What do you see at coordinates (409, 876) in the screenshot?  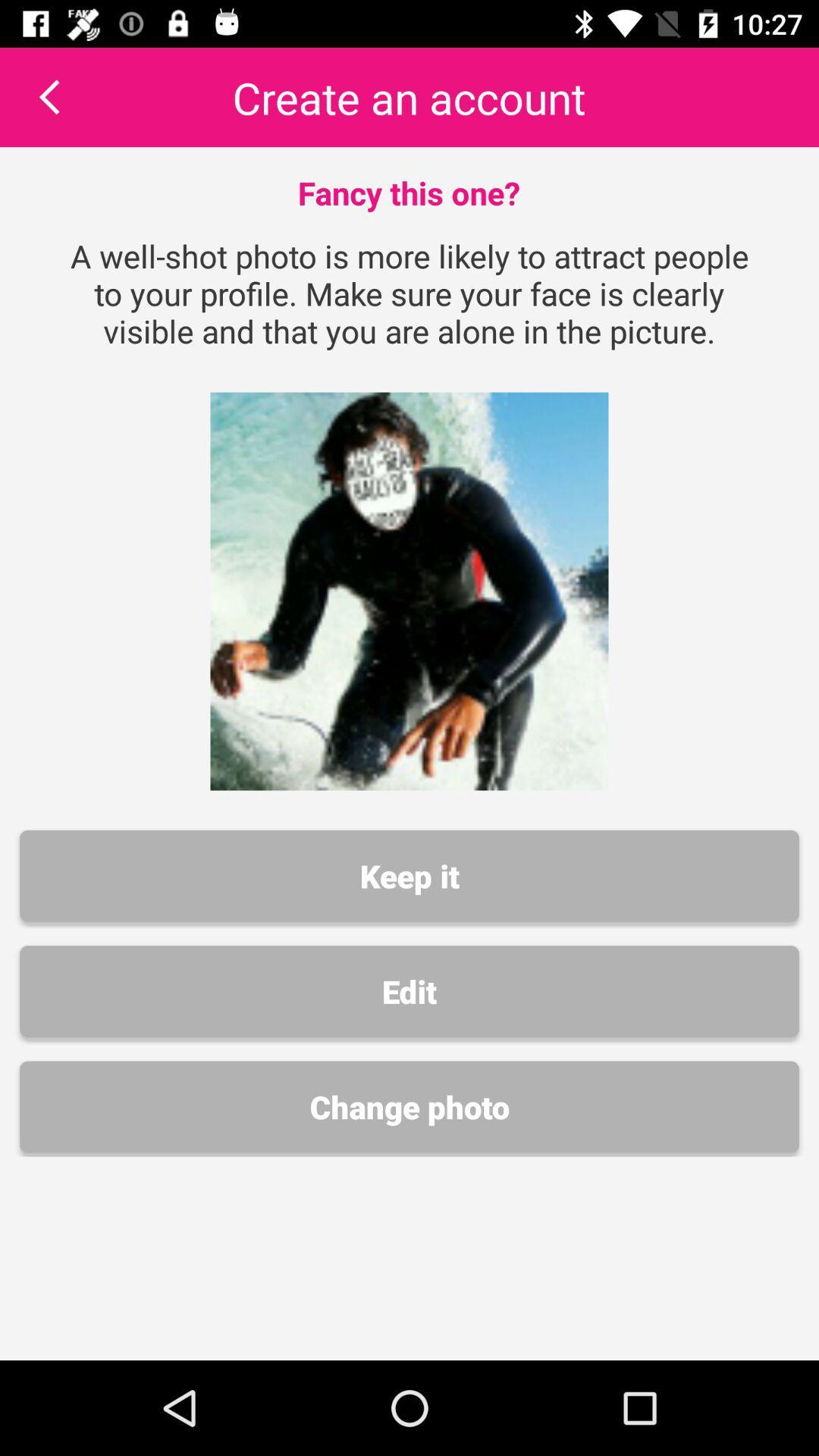 I see `keep it icon` at bounding box center [409, 876].